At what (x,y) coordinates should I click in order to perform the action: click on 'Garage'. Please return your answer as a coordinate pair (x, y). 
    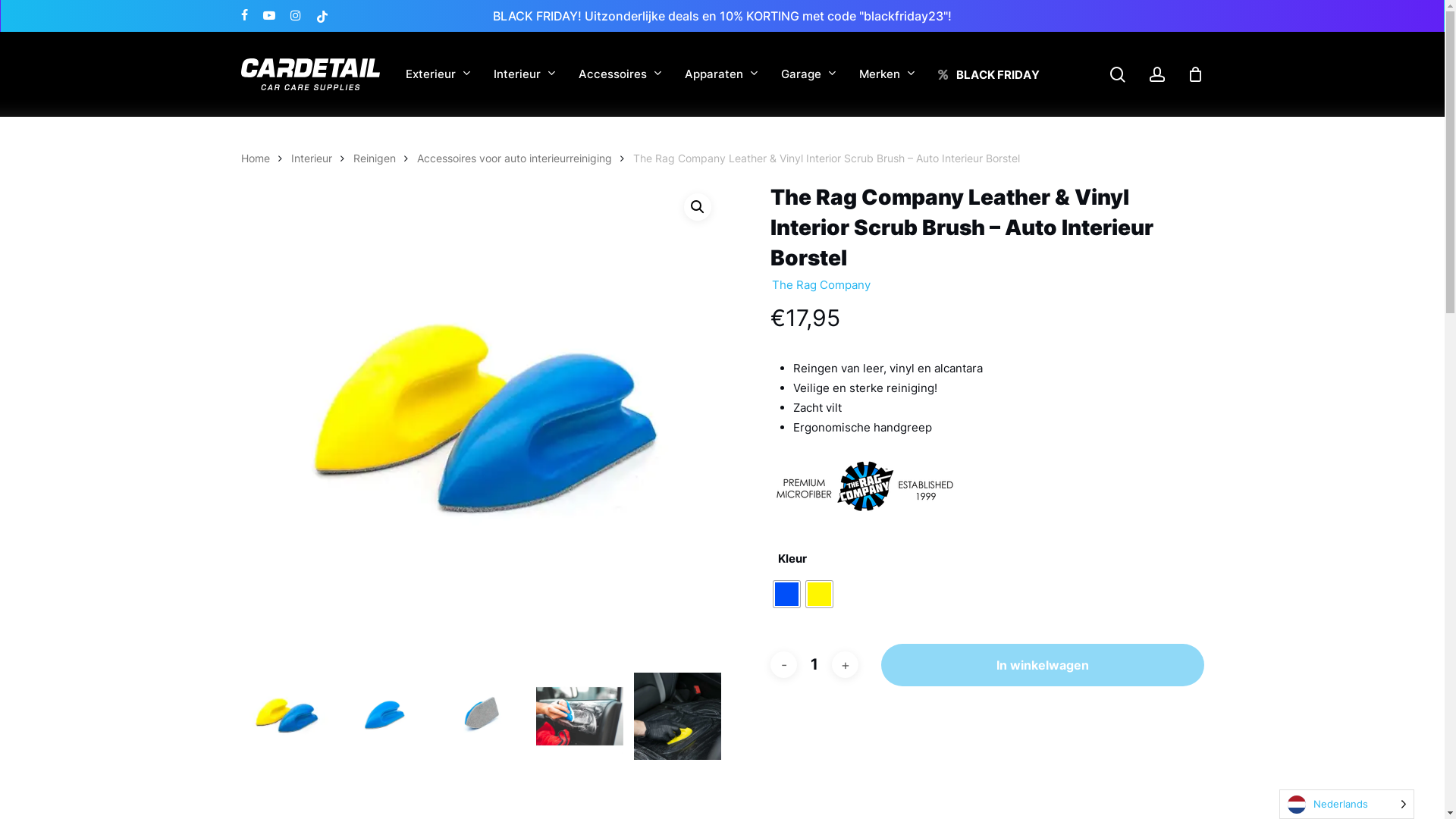
    Looking at the image, I should click on (808, 74).